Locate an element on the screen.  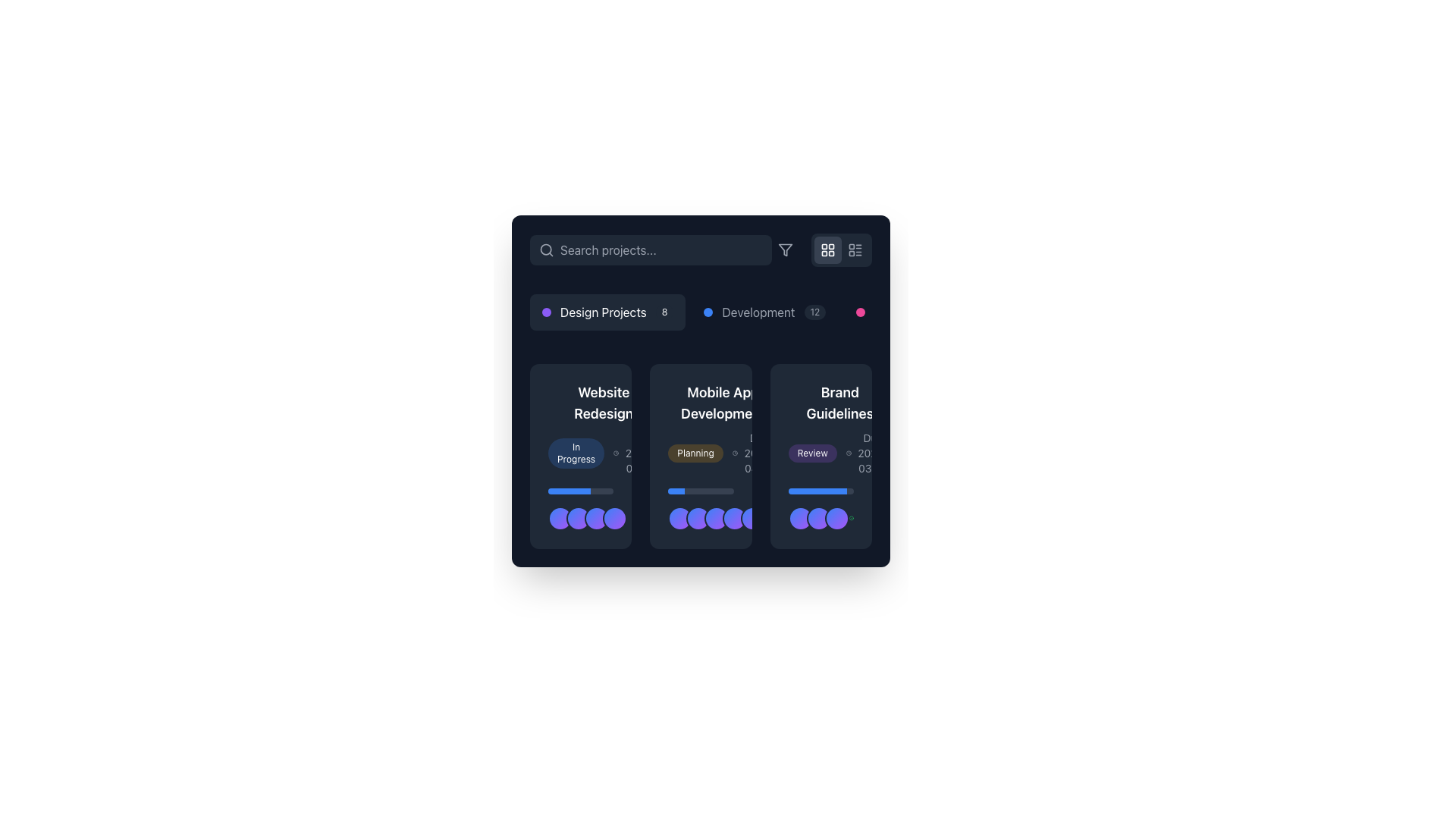
the Status Badge indicating the current project status 'Planning', located centrally within the 'Mobile App Development' card is located at coordinates (700, 455).